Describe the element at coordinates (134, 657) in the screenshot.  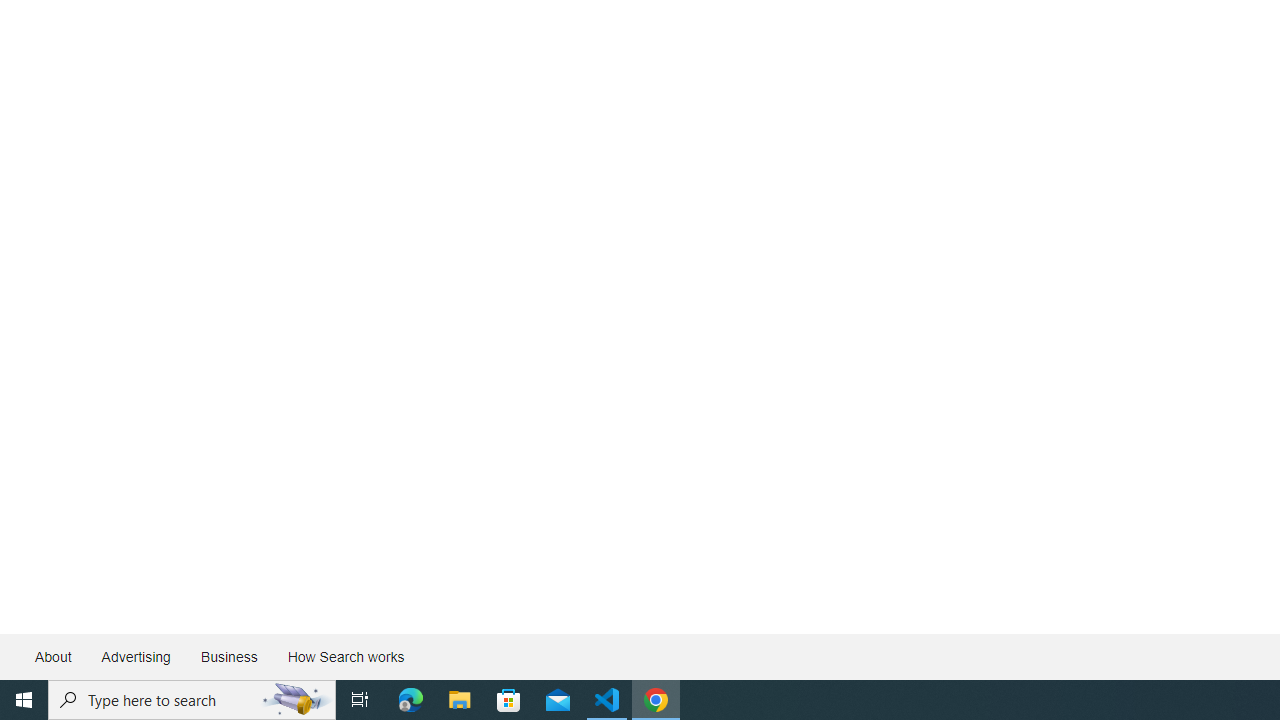
I see `'Advertising'` at that location.